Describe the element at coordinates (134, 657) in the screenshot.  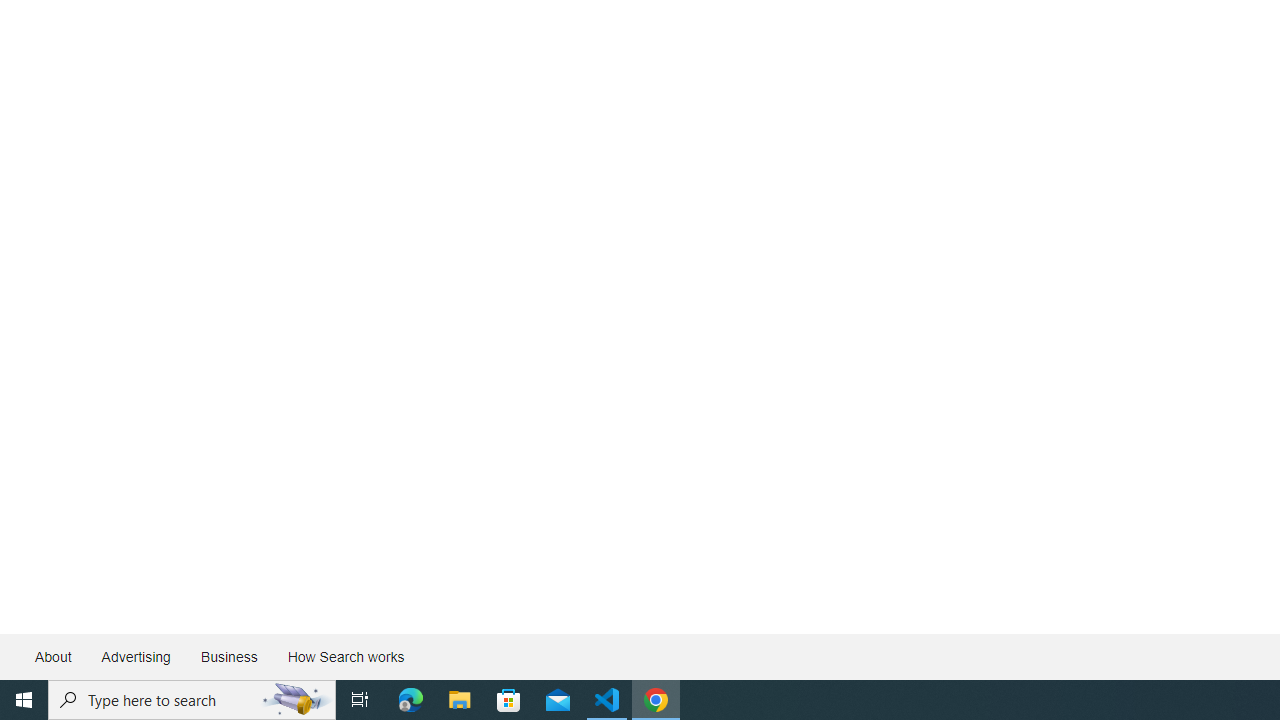
I see `'Advertising'` at that location.